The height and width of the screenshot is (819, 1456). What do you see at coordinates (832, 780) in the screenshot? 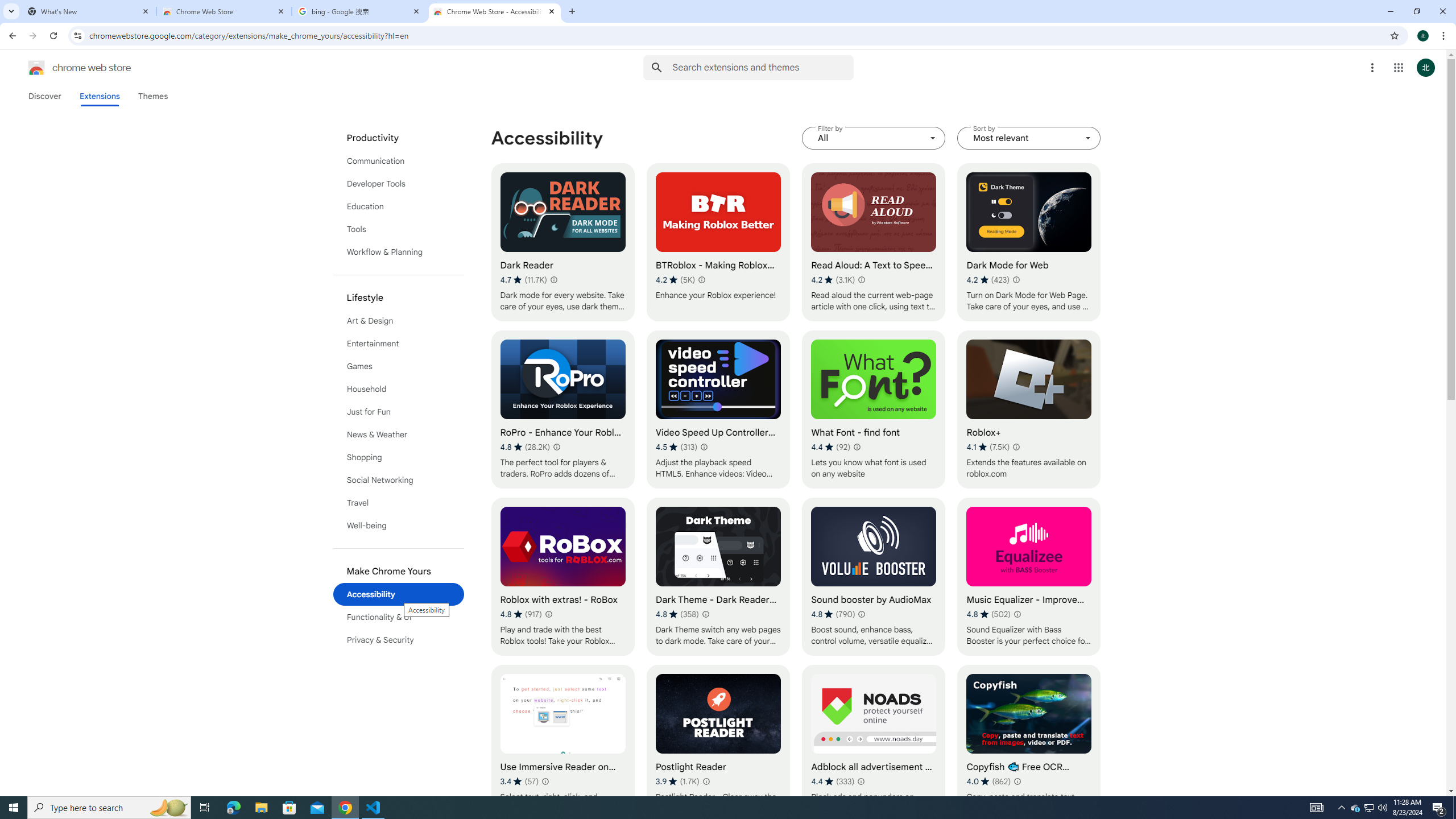
I see `'Average rating 4.4 out of 5 stars. 333 ratings.'` at bounding box center [832, 780].